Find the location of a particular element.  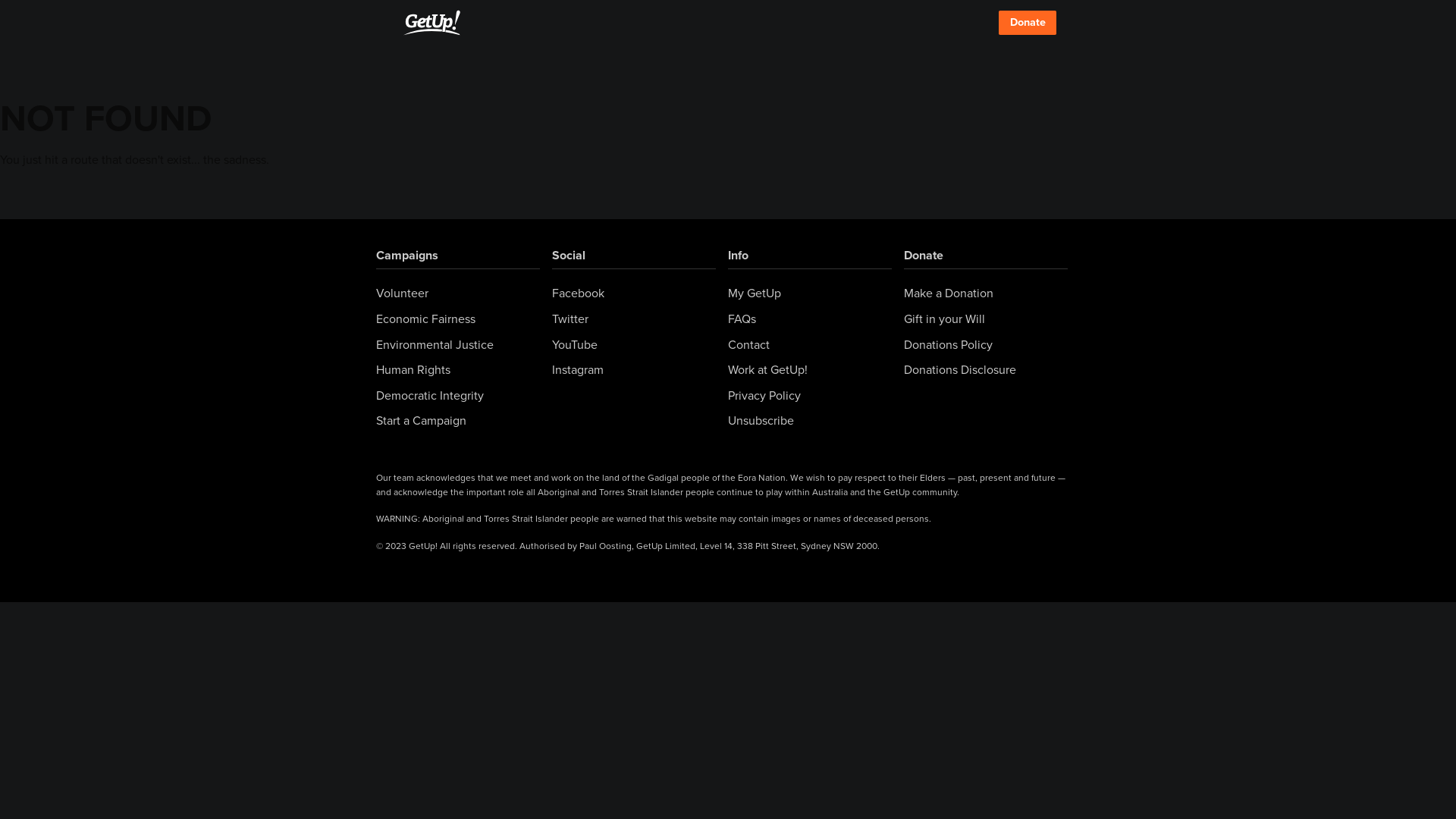

'Gift in your Will' is located at coordinates (903, 318).